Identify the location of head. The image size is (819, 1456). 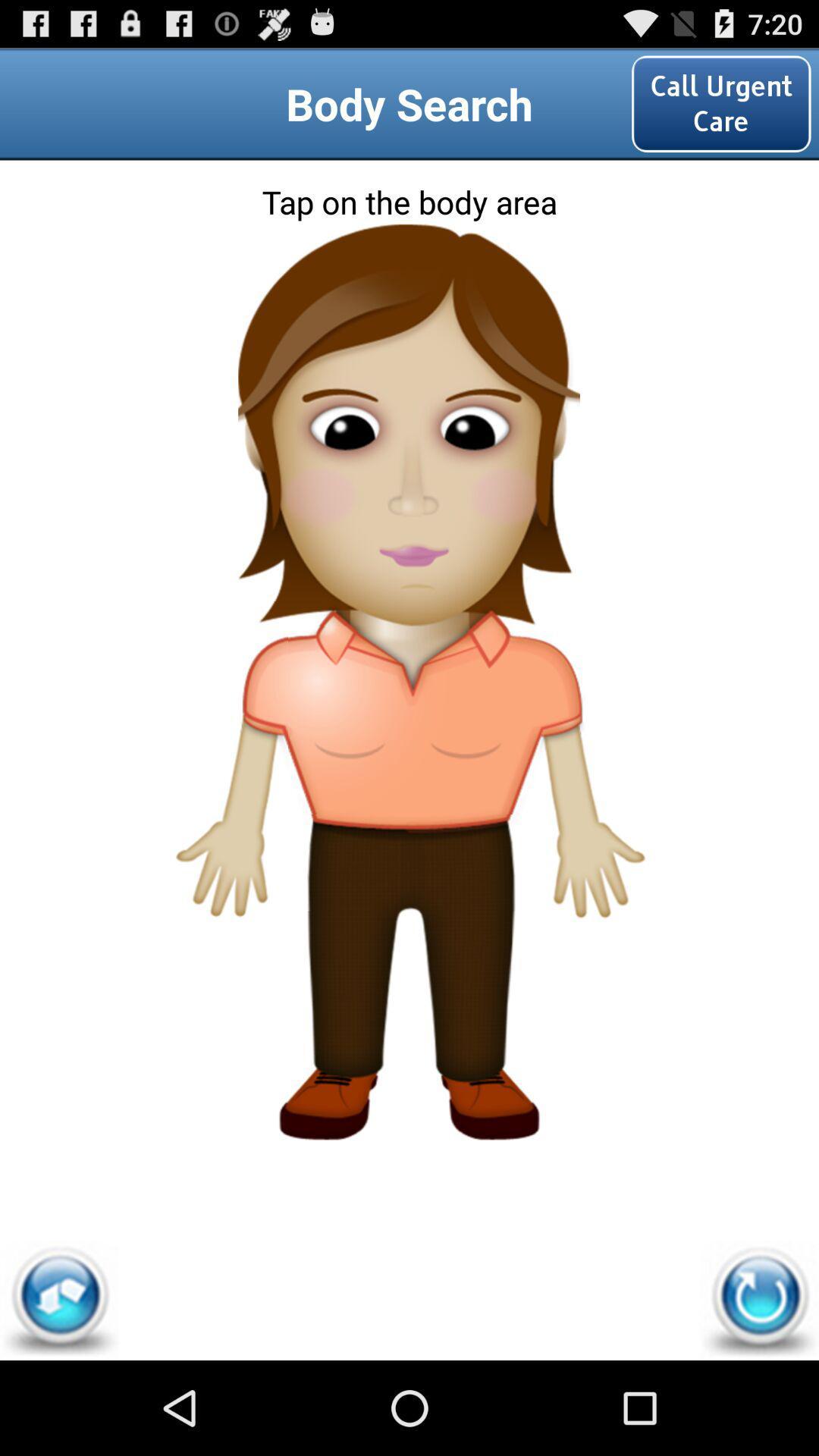
(408, 290).